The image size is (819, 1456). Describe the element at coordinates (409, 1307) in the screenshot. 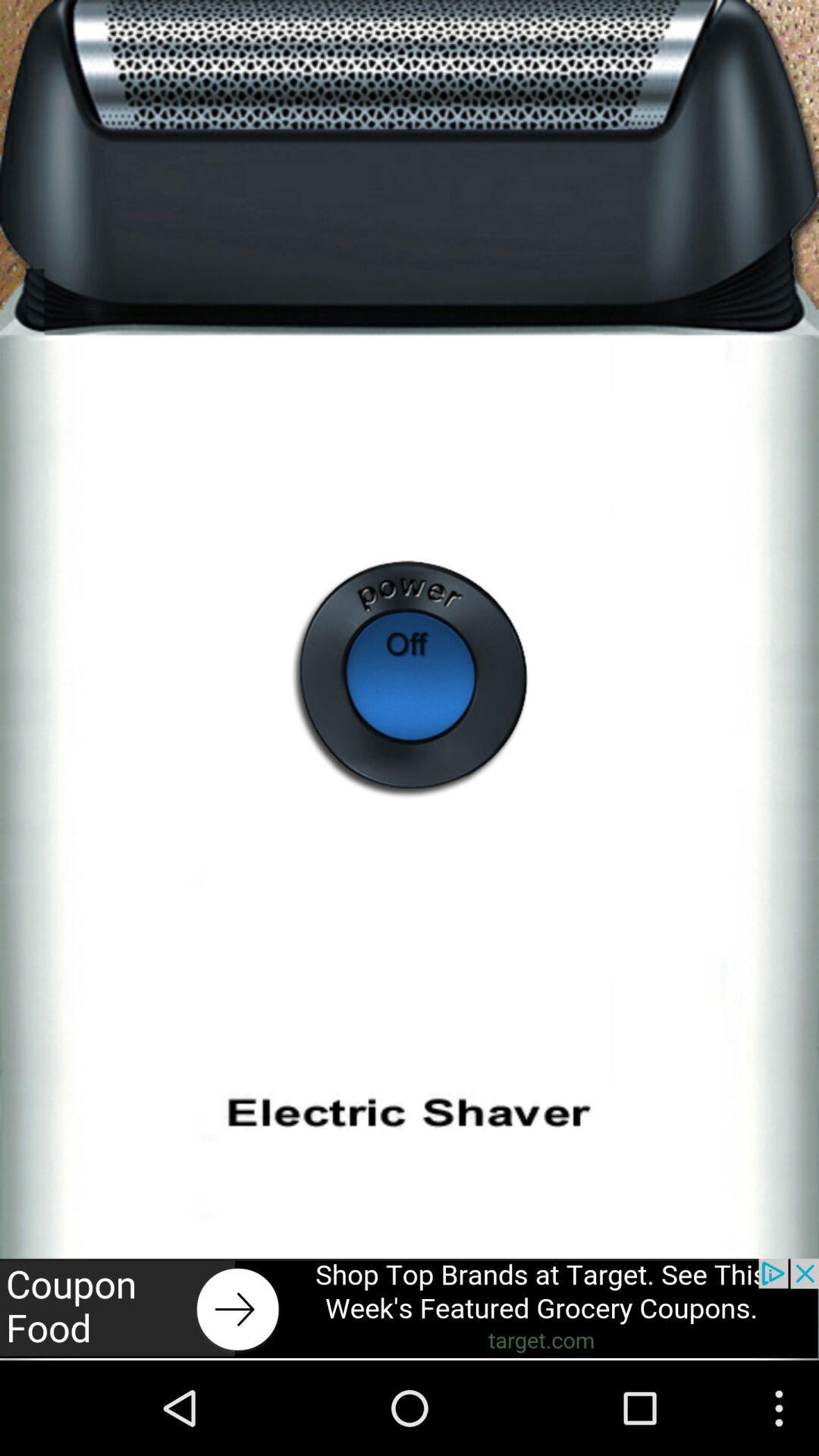

I see `advertisement` at that location.